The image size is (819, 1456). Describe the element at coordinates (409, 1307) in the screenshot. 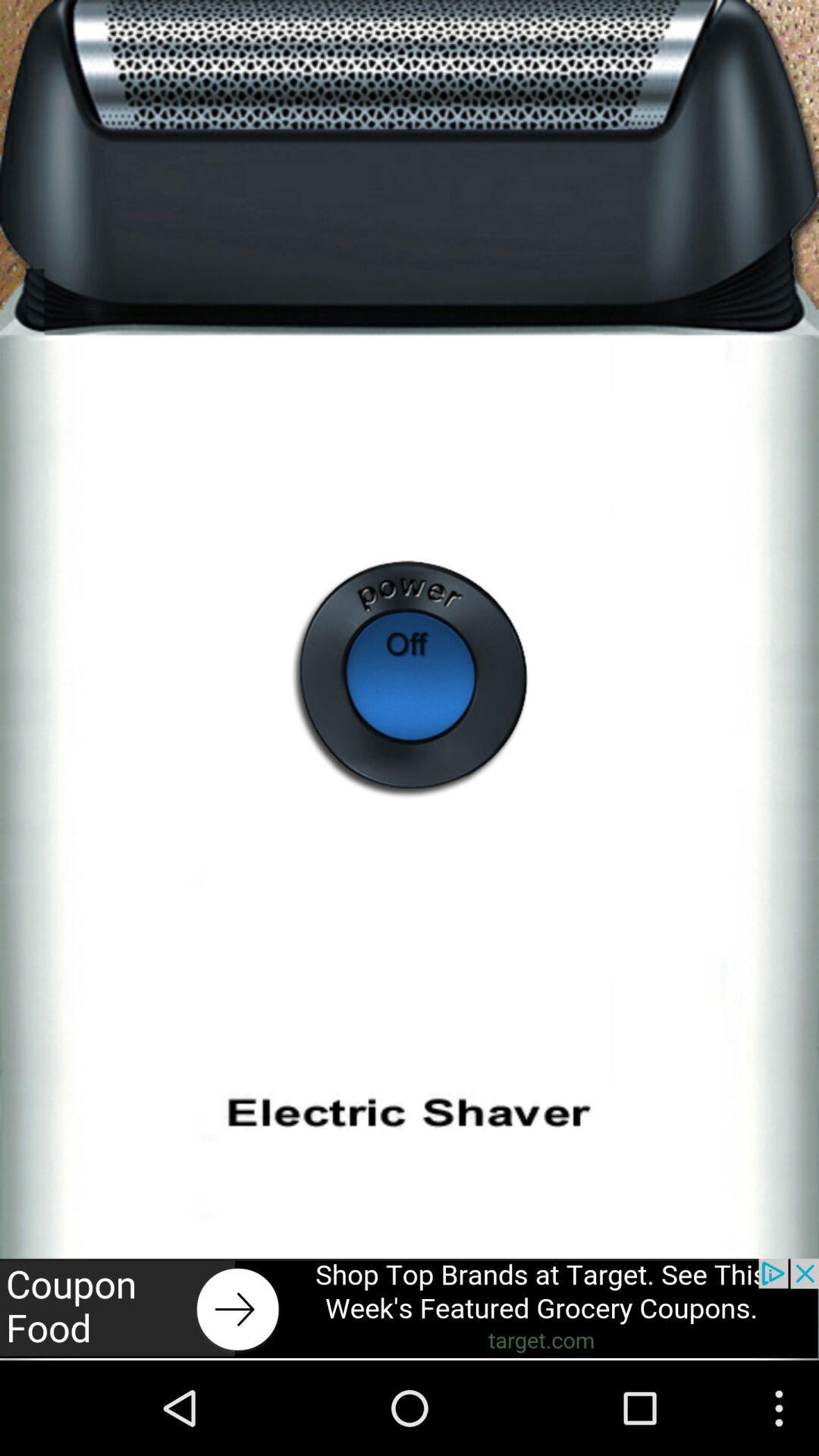

I see `advertisement` at that location.